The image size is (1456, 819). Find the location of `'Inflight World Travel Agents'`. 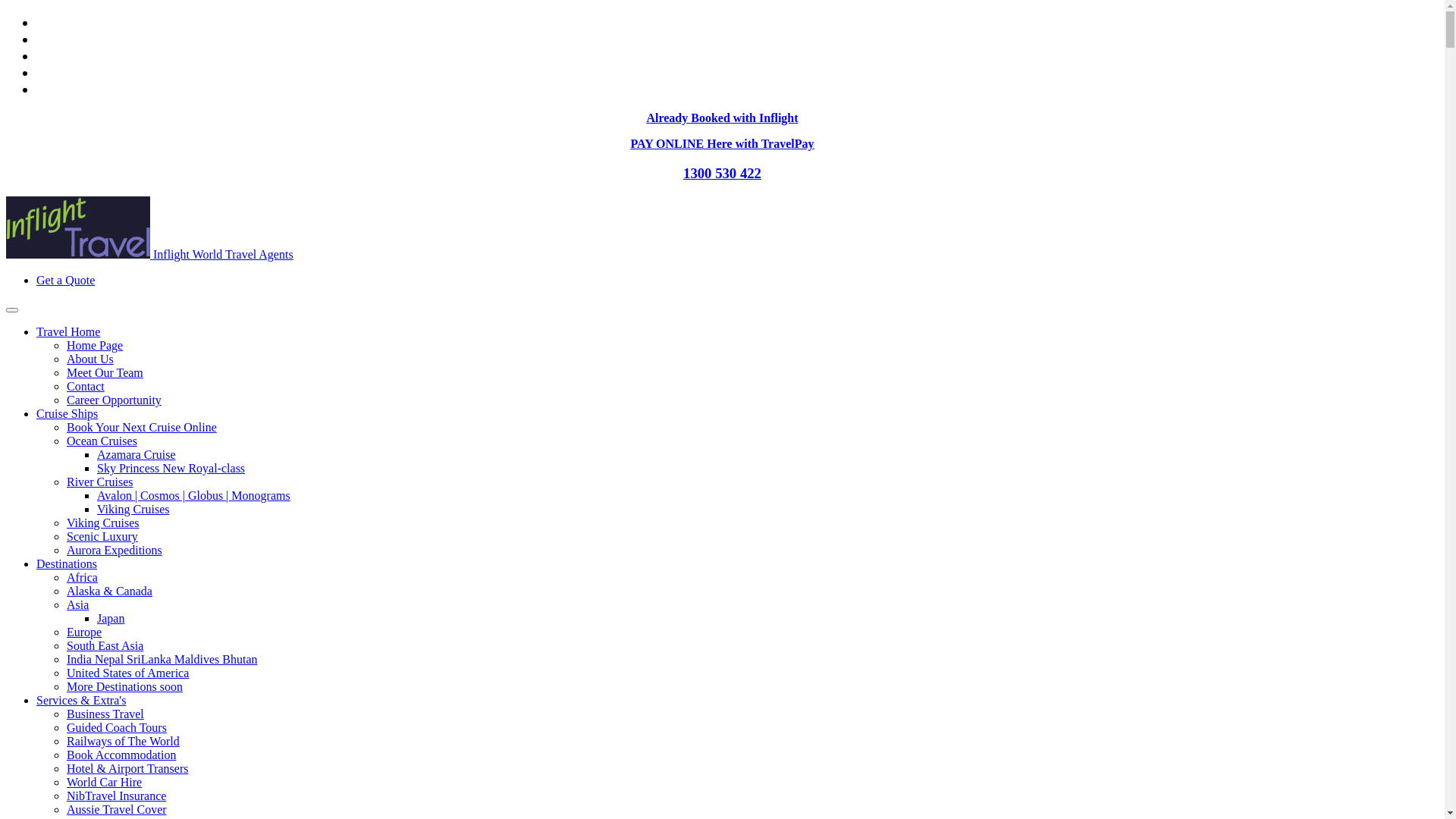

'Inflight World Travel Agents' is located at coordinates (149, 253).